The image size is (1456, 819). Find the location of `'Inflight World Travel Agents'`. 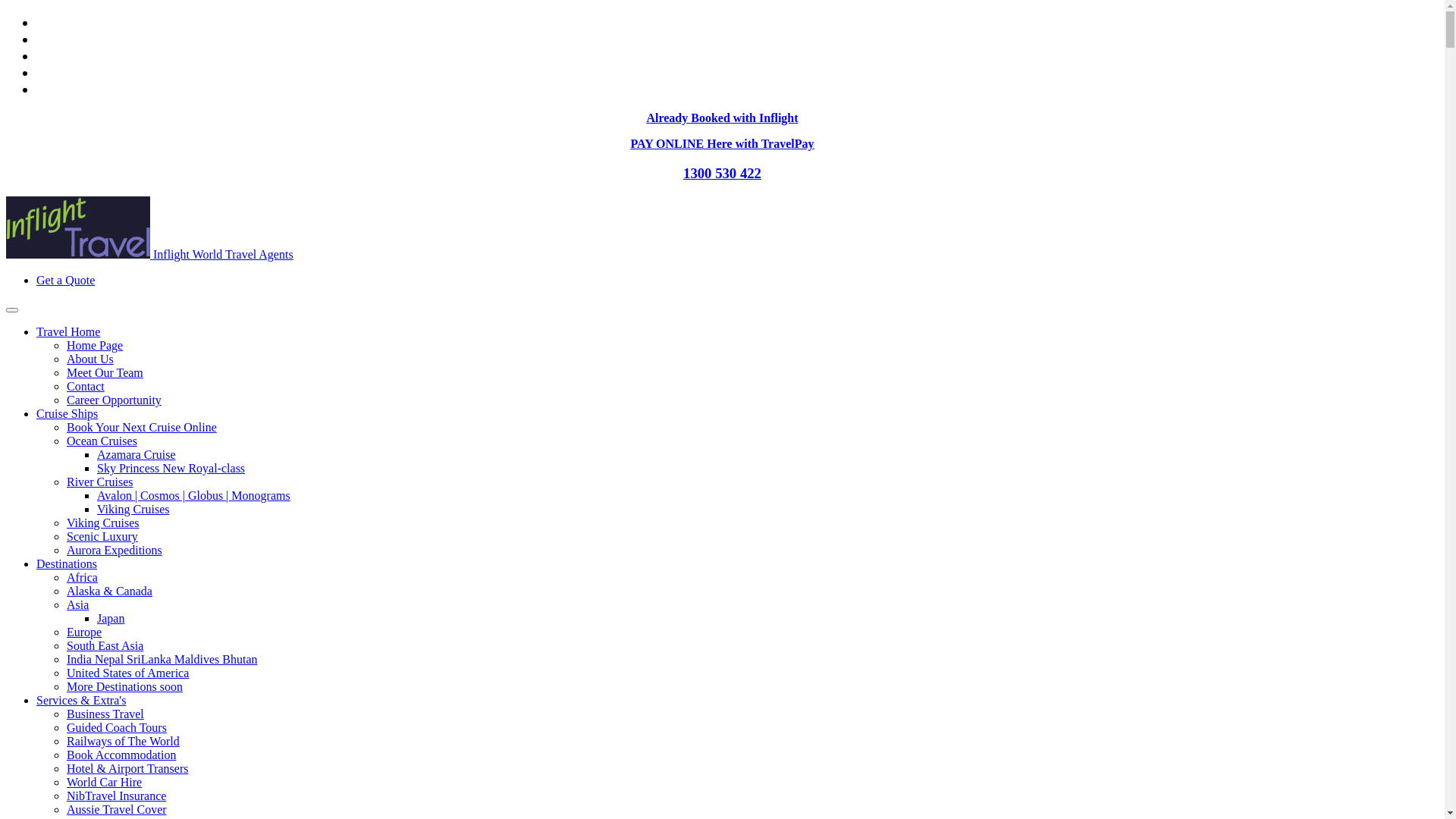

'Inflight World Travel Agents' is located at coordinates (149, 253).